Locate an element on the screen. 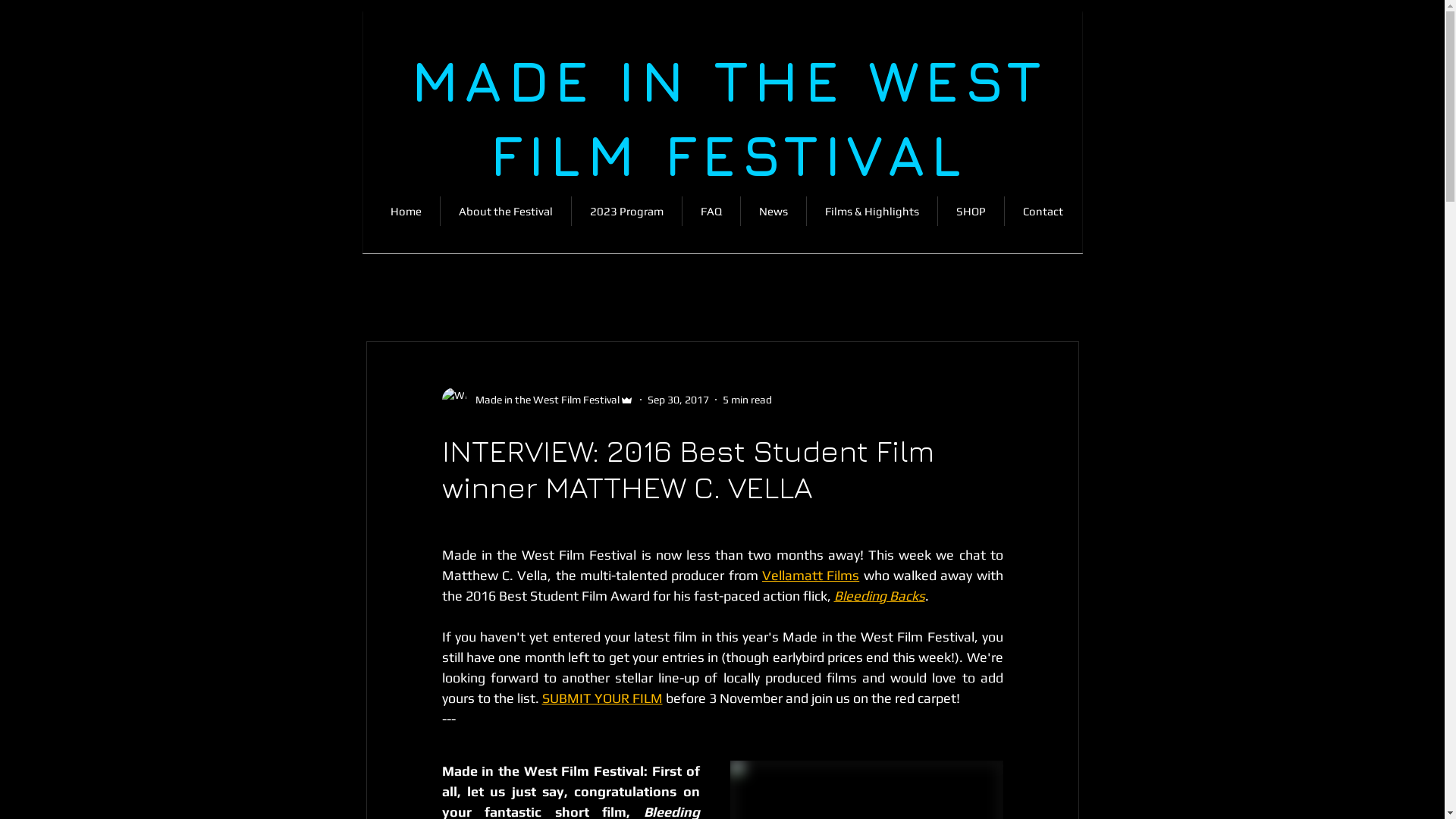 Image resolution: width=1456 pixels, height=819 pixels. 'Vellamatt Films' is located at coordinates (810, 575).